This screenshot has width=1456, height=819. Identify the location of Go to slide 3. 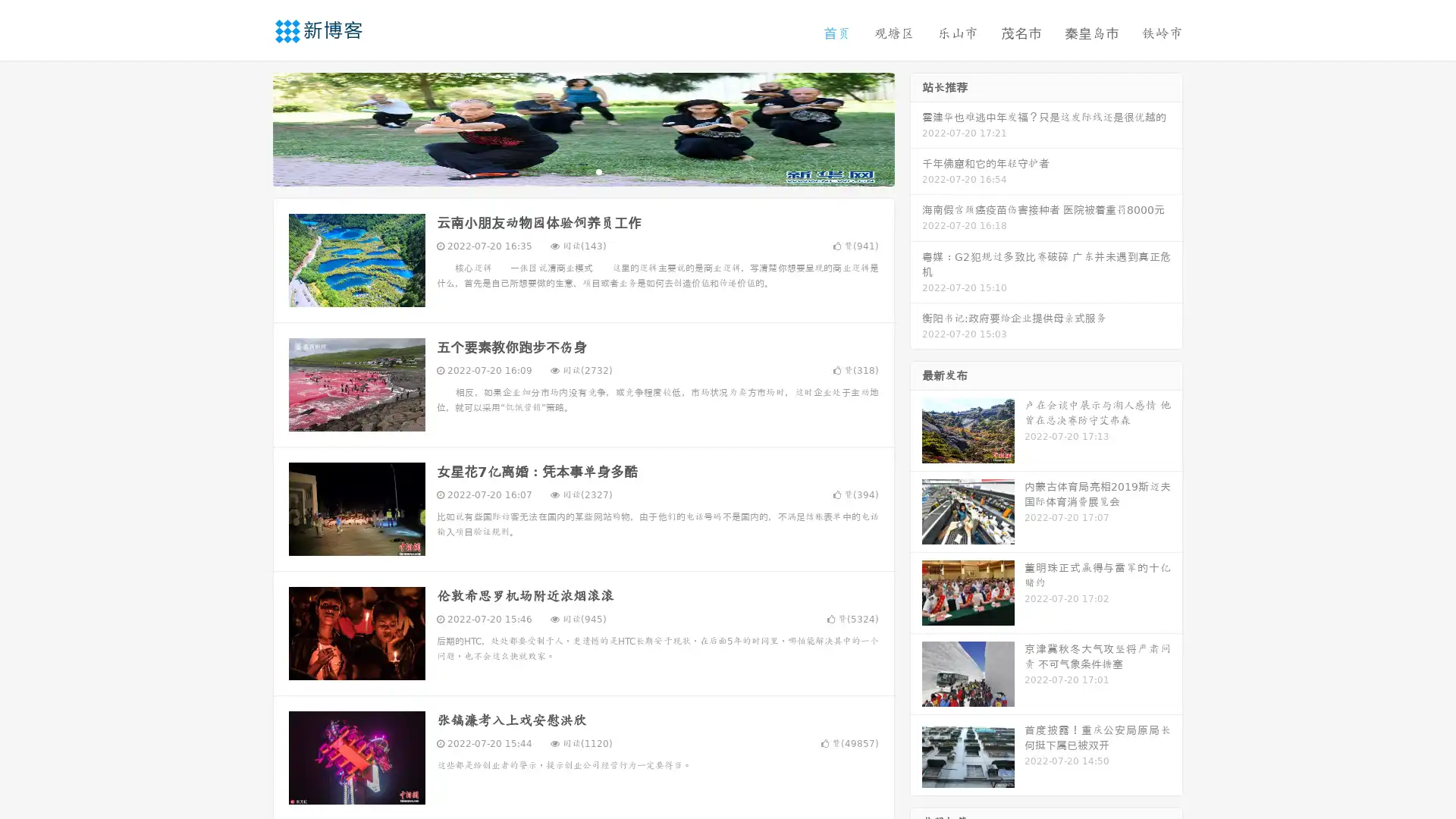
(598, 171).